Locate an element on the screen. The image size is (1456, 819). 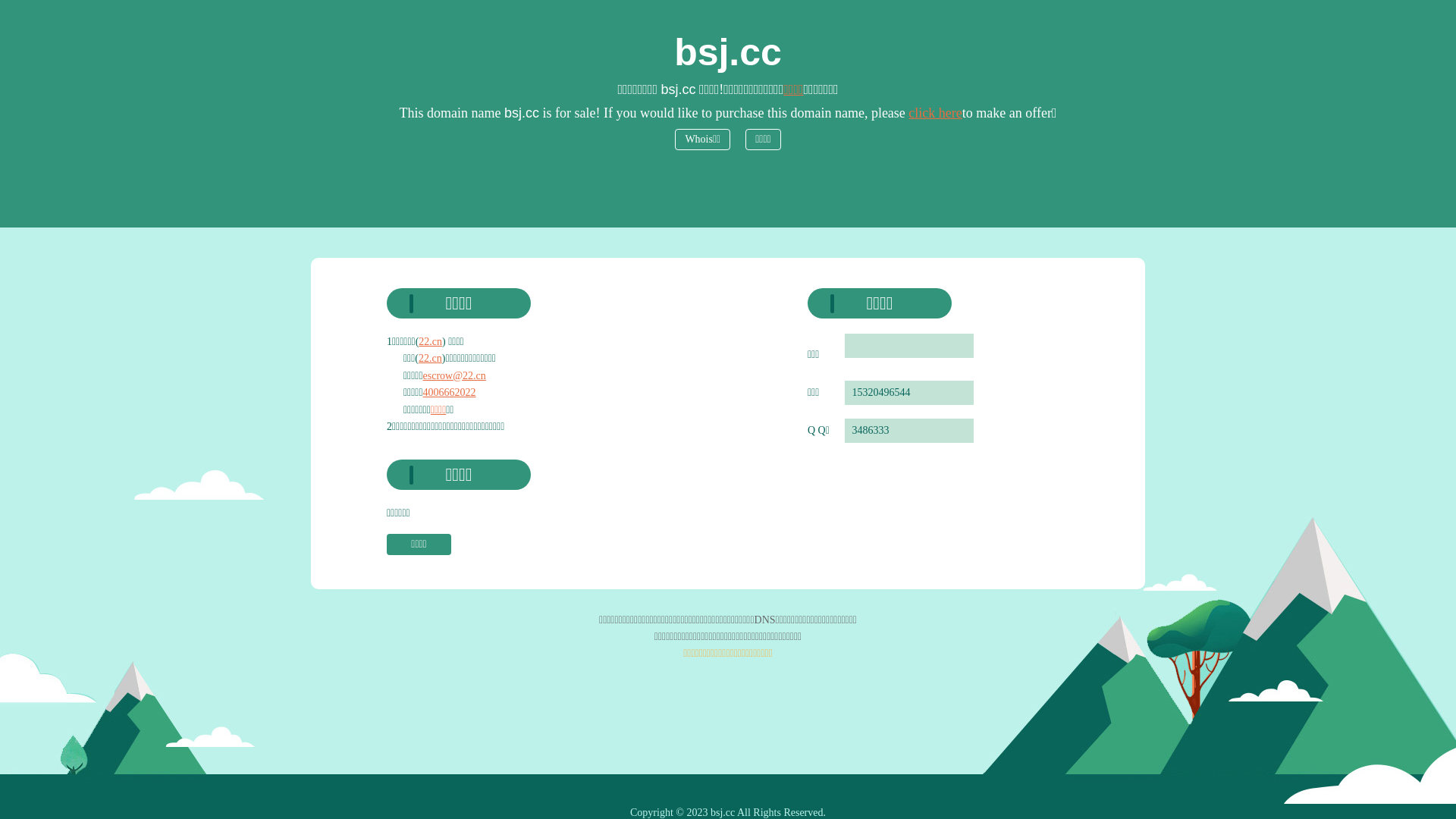
'click here' is located at coordinates (934, 112).